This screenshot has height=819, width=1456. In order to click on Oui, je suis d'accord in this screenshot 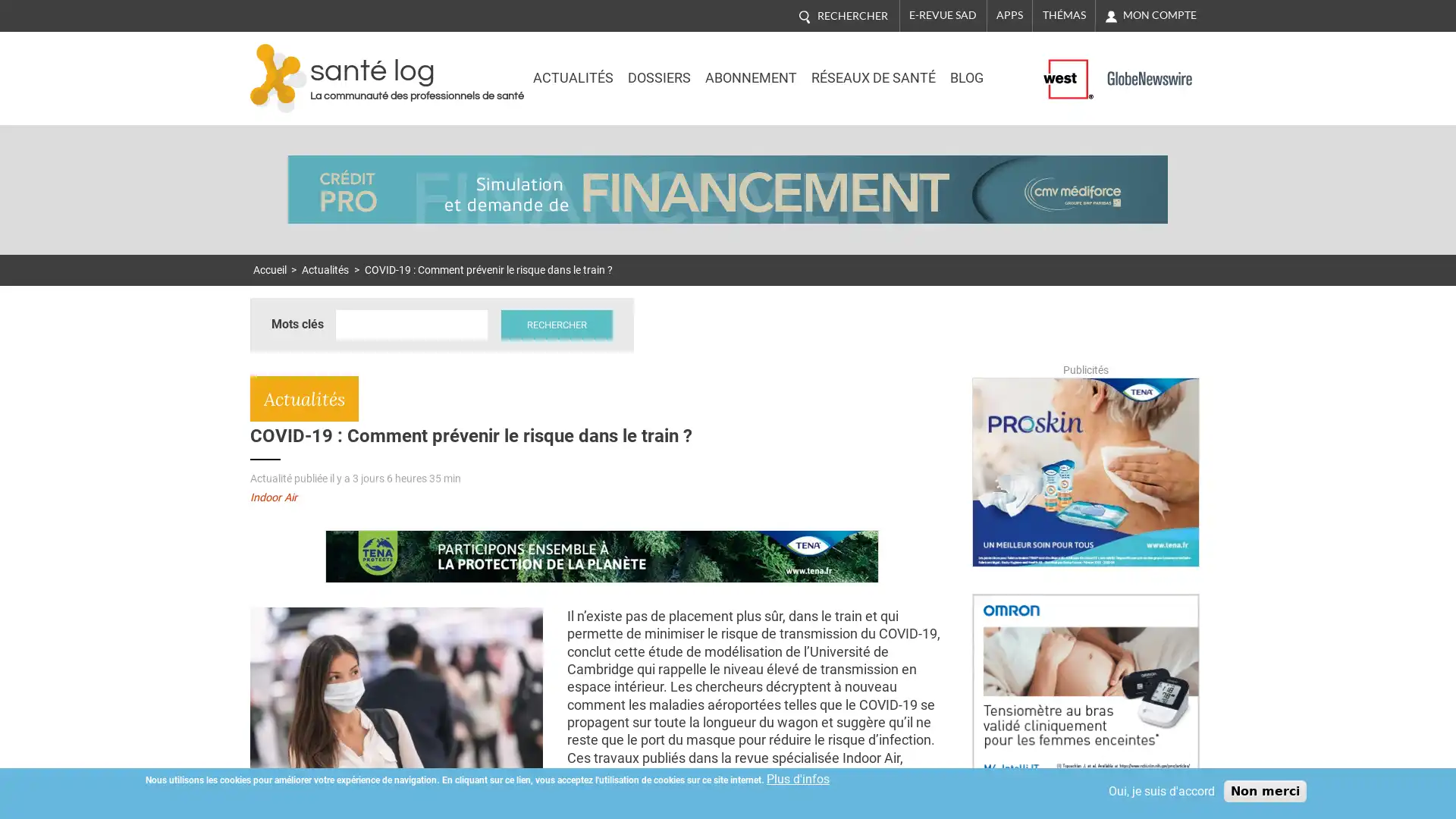, I will do `click(1160, 790)`.